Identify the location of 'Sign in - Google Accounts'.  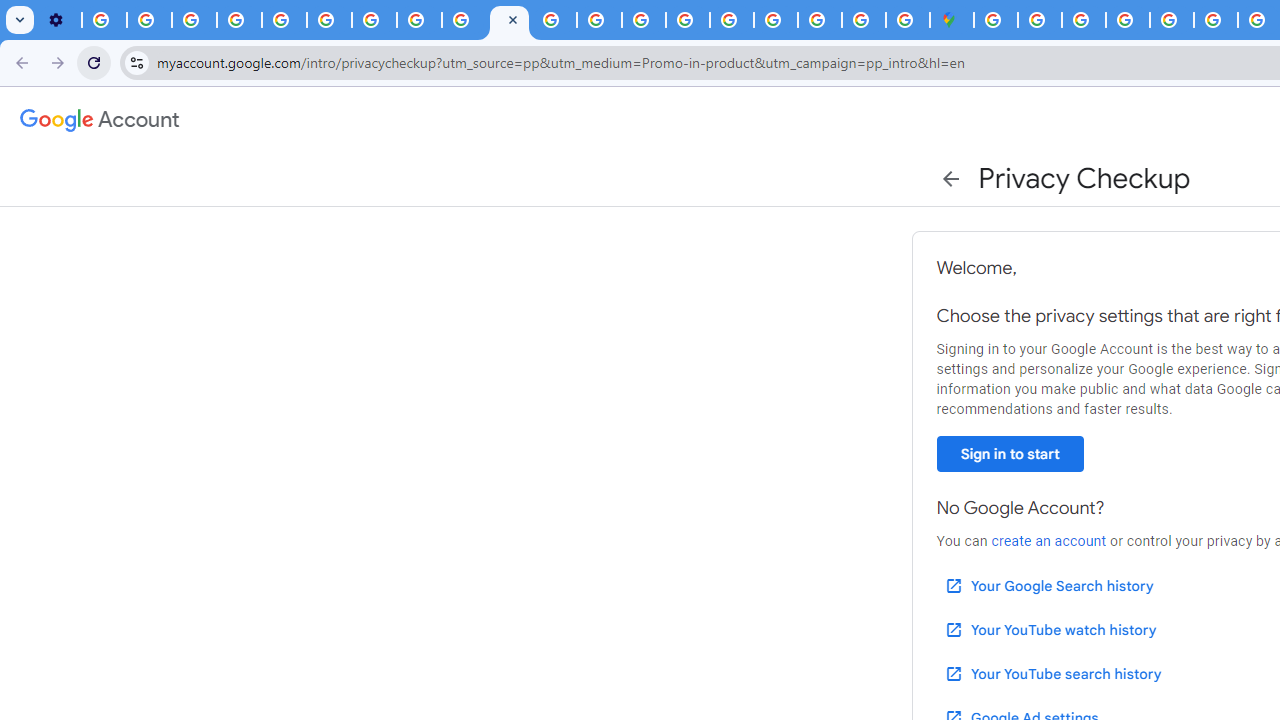
(1040, 20).